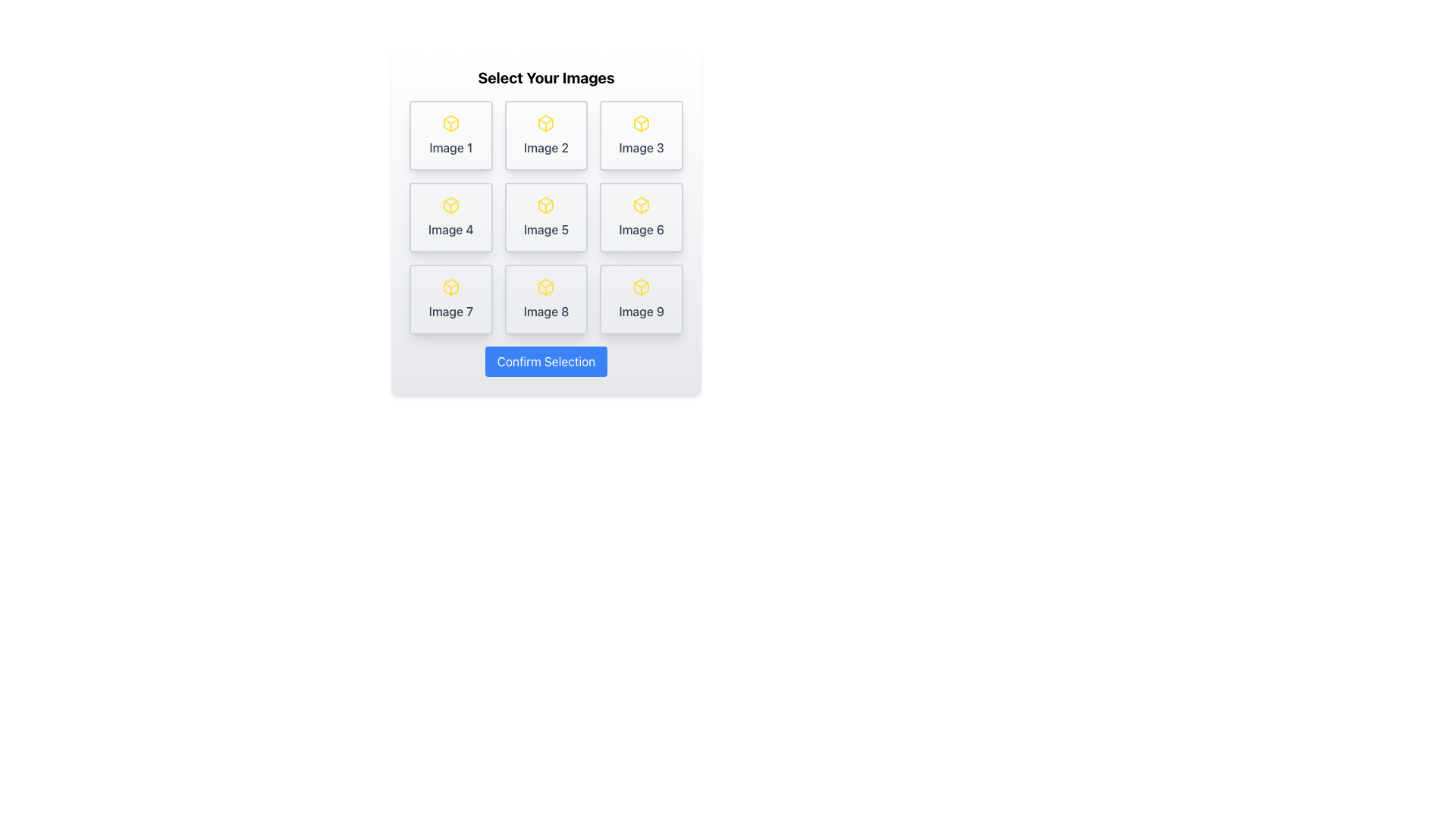  Describe the element at coordinates (450, 311) in the screenshot. I see `the Text label located in the bottom-left corner of the 3x3 grid, which serves as a descriptor for the associated icon` at that location.